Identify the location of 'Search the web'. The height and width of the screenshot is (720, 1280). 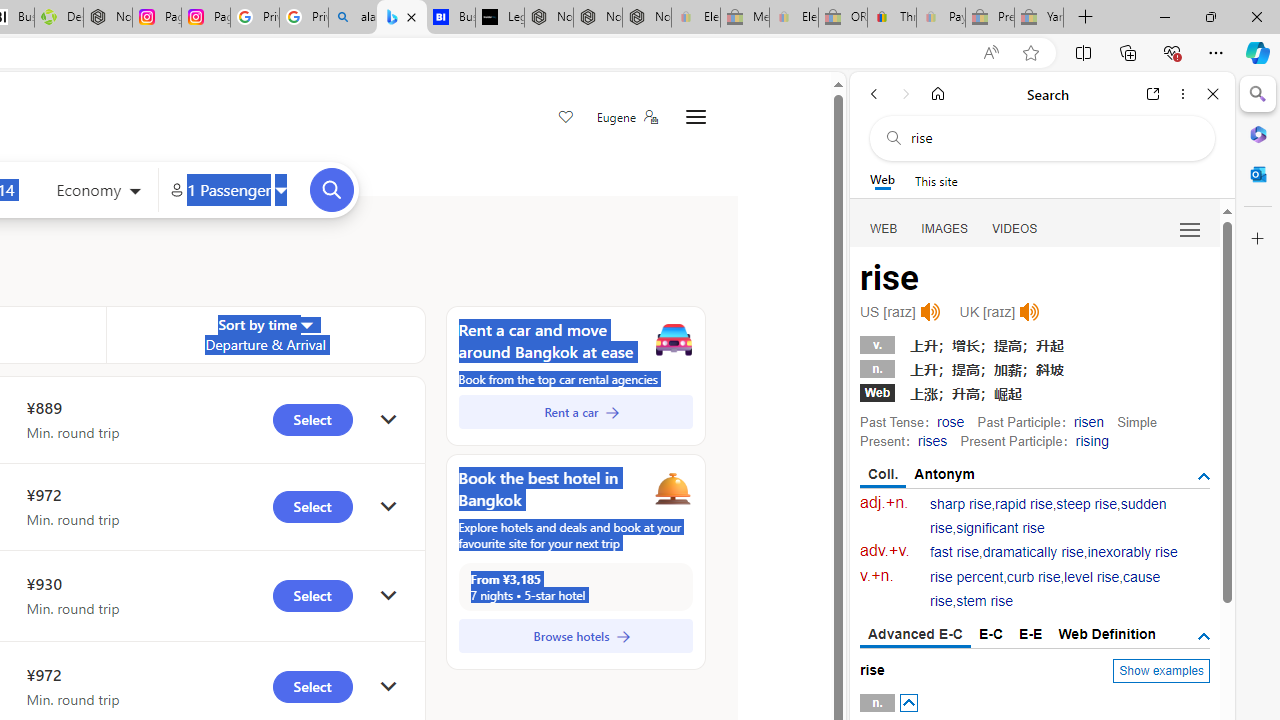
(1051, 137).